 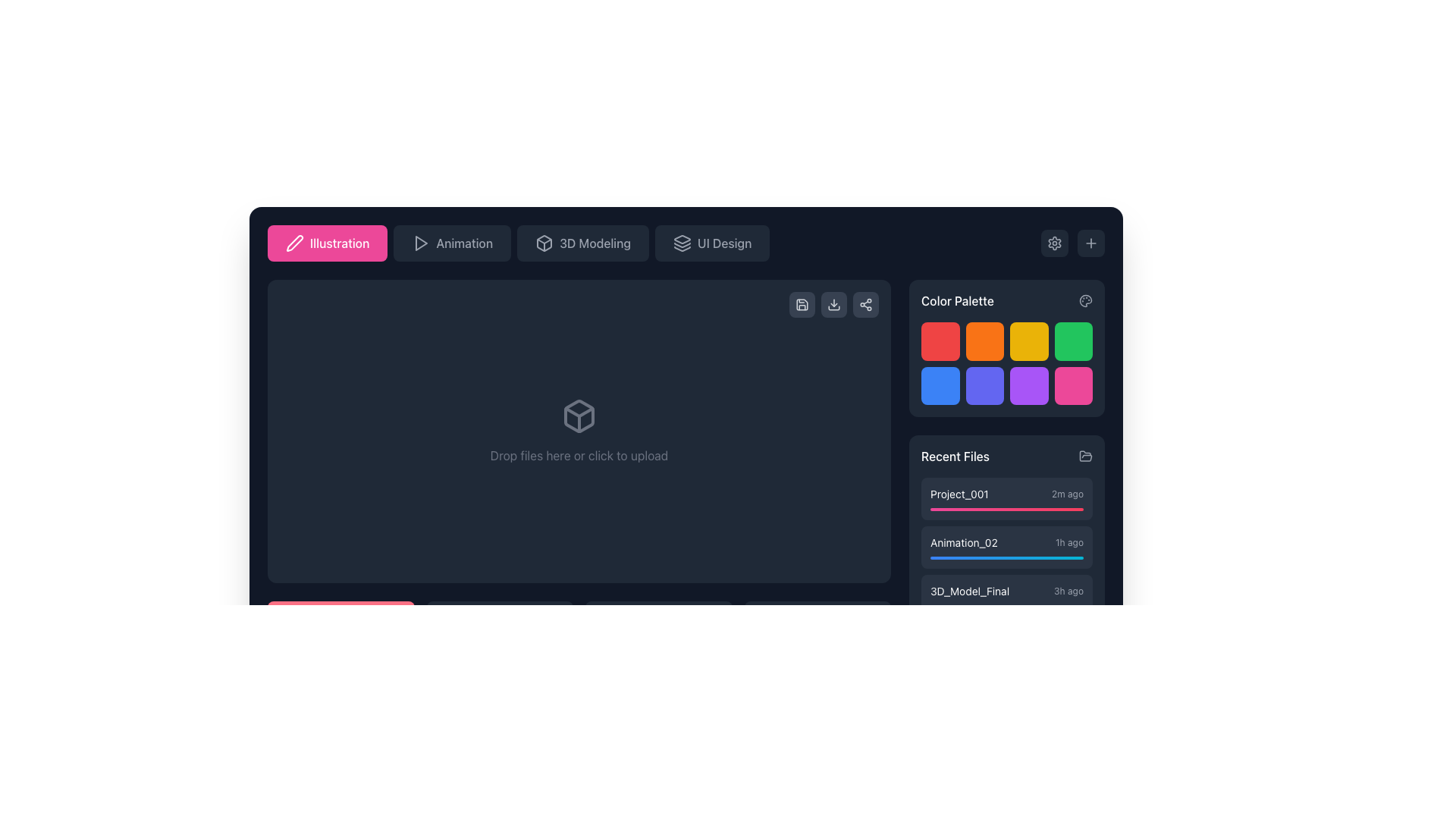 What do you see at coordinates (1007, 595) in the screenshot?
I see `the '3D_Model_Final' file list item located in the 'Recent Files' section at the bottom-right corner of the interface` at bounding box center [1007, 595].